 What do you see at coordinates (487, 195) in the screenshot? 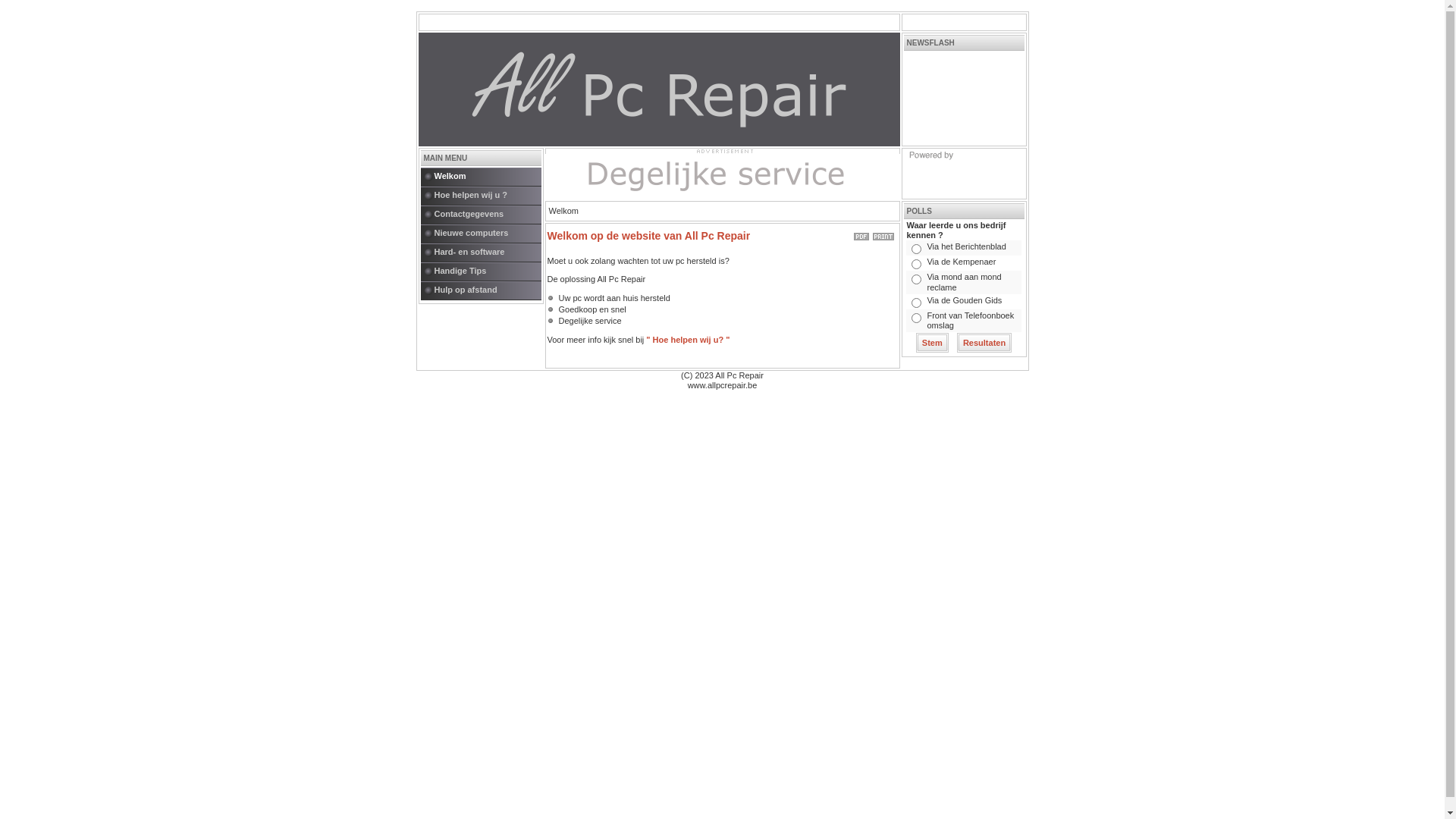
I see `'Hoe helpen wij u ?'` at bounding box center [487, 195].